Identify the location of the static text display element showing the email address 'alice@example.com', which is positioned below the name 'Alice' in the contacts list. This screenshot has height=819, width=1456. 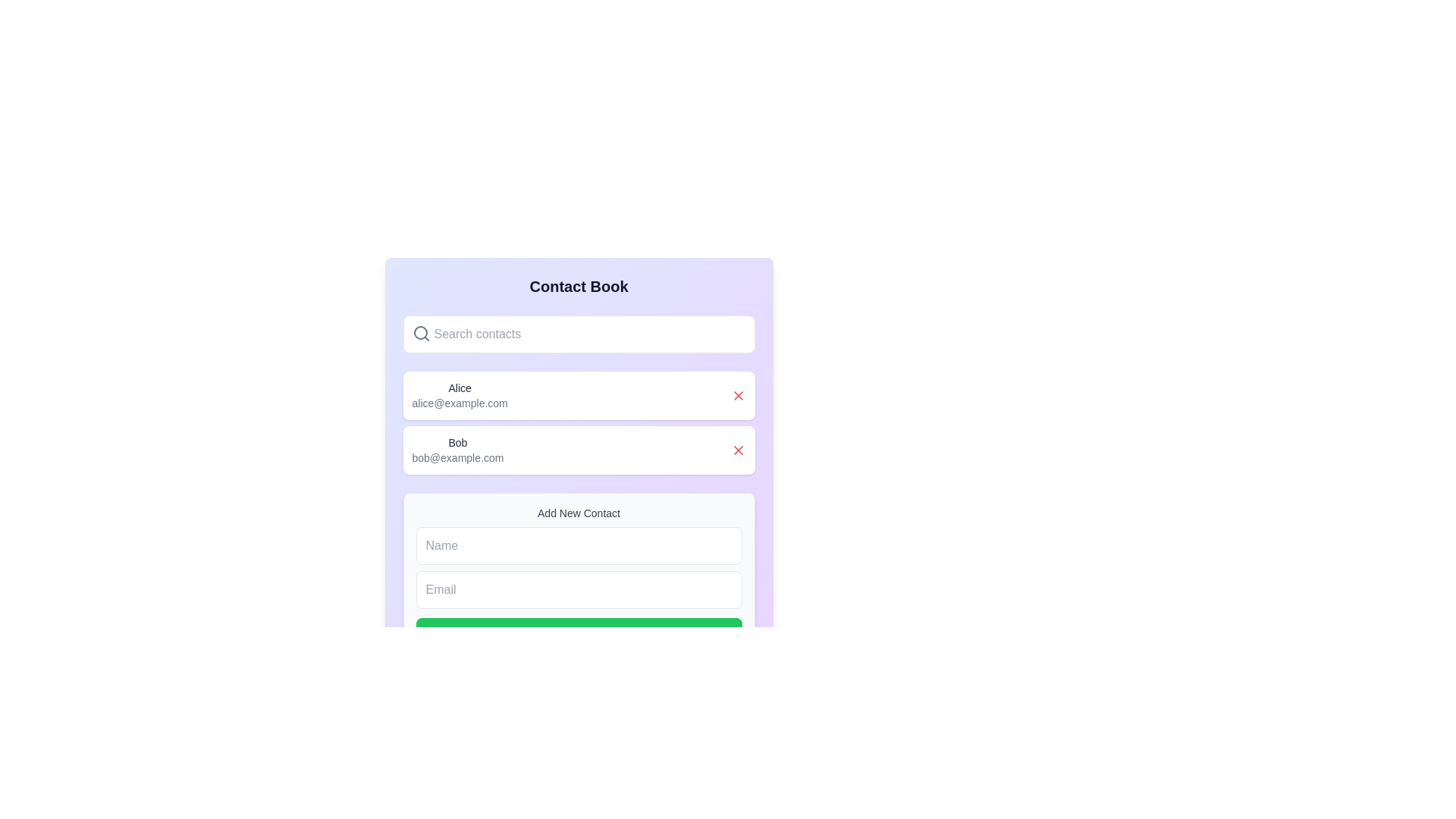
(459, 403).